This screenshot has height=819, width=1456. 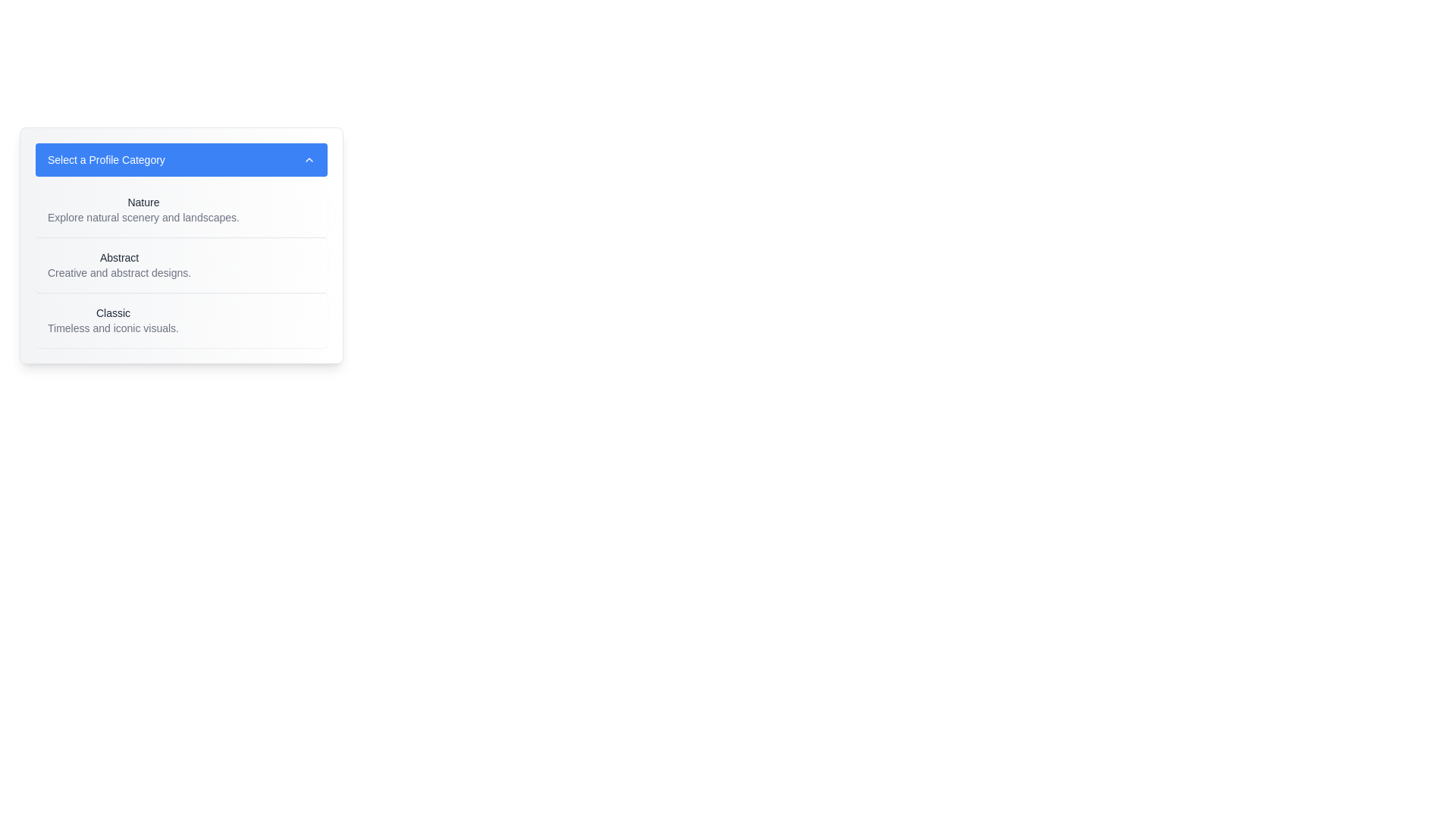 I want to click on the 'Abstract' option in the dropdown menu, which is the second item listed beneath 'Nature' and above 'Classic', so click(x=181, y=245).